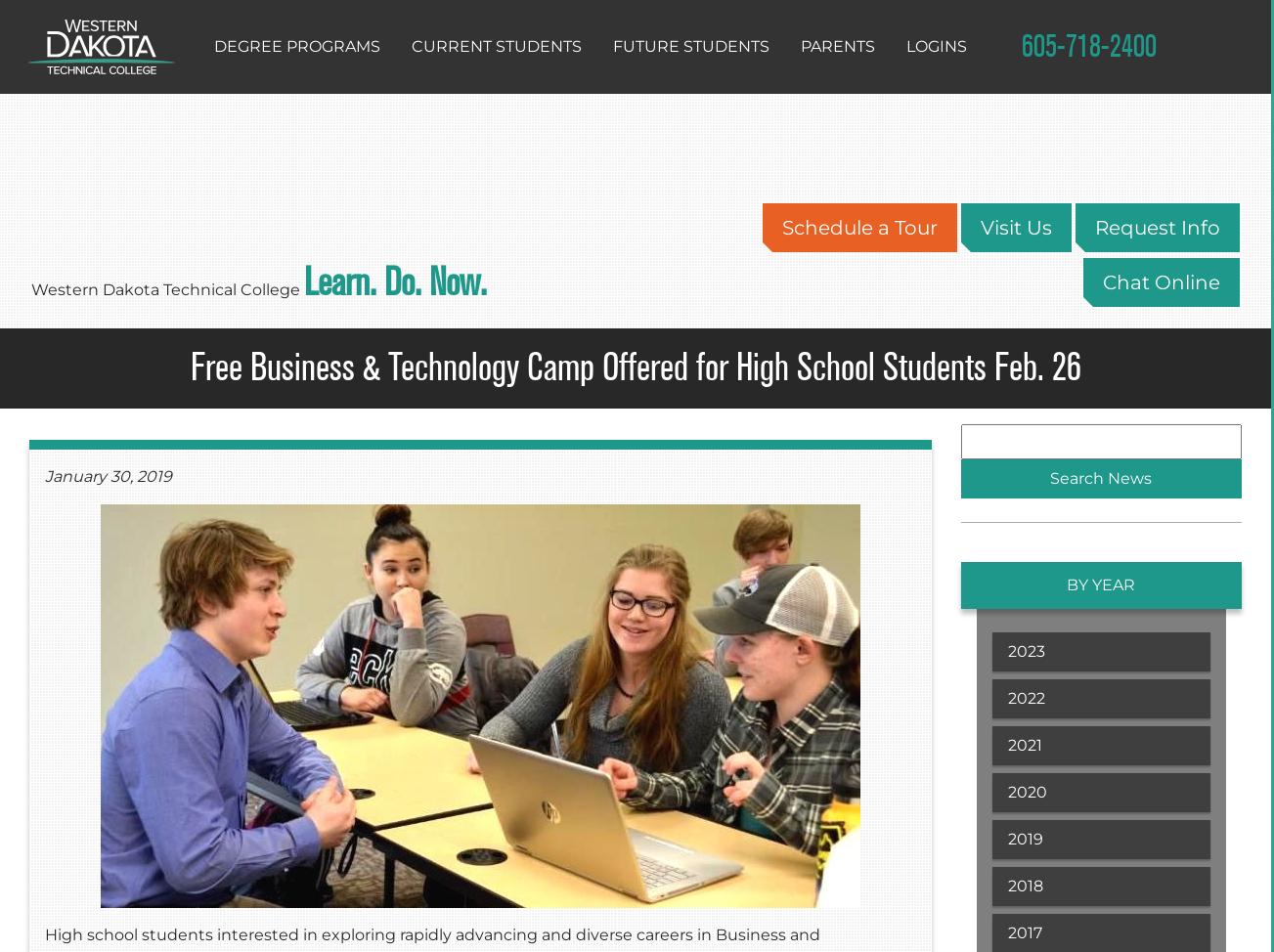 This screenshot has width=1274, height=952. I want to click on 'Schedule a Tour', so click(781, 227).